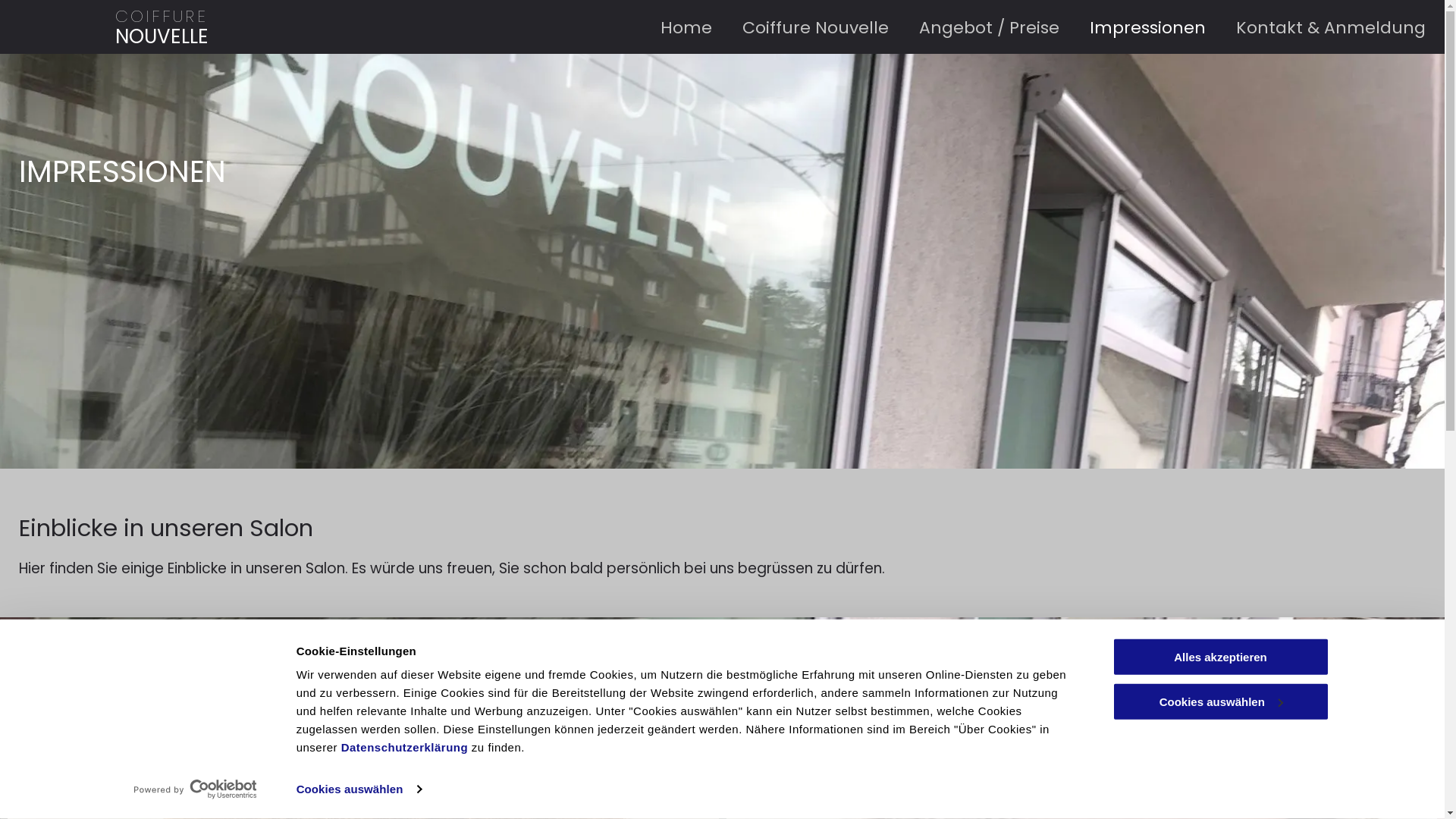 The width and height of the screenshot is (1456, 819). I want to click on 'COIFFURE', so click(161, 16).